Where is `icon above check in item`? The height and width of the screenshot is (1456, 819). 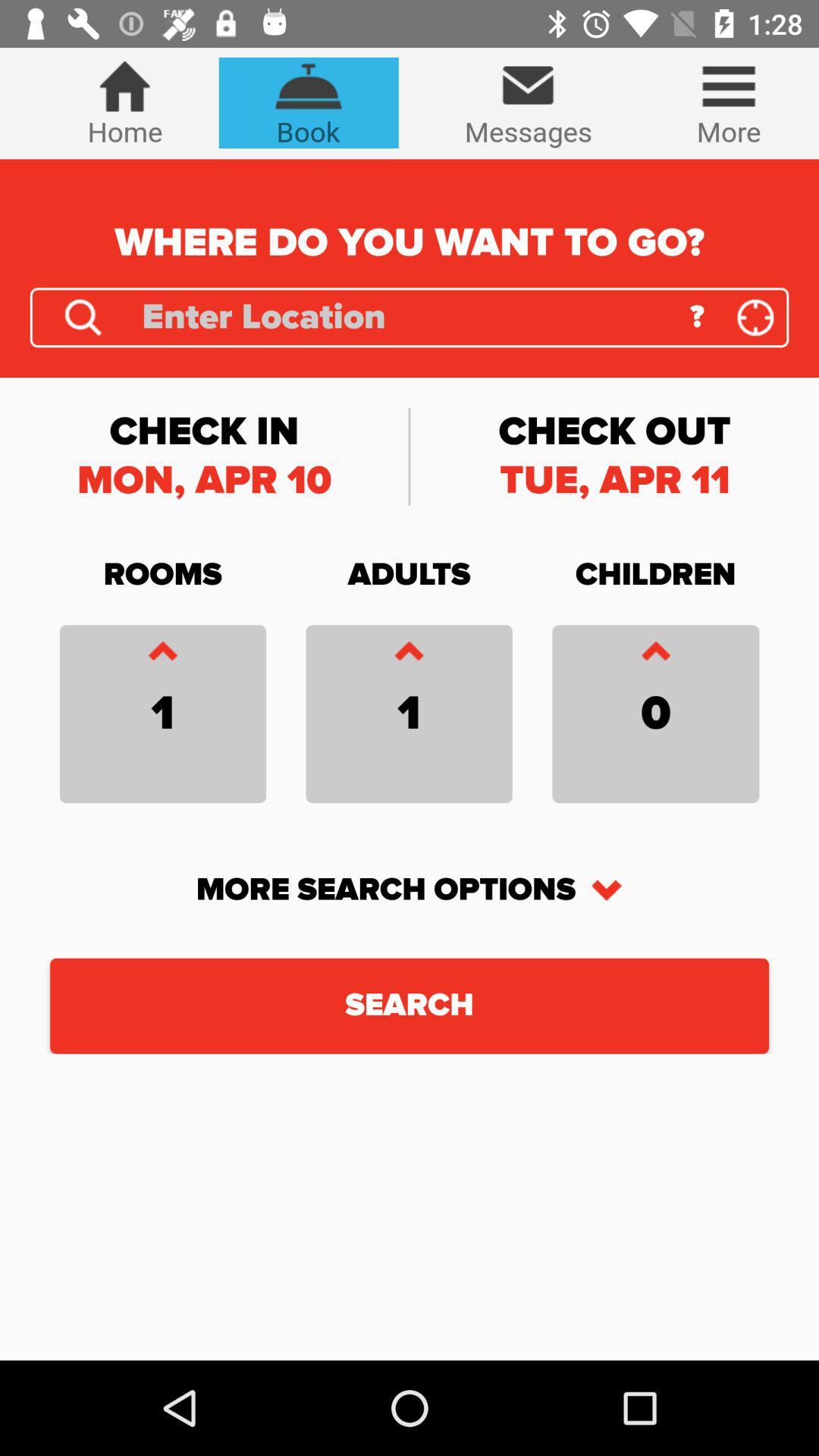
icon above check in item is located at coordinates (83, 316).